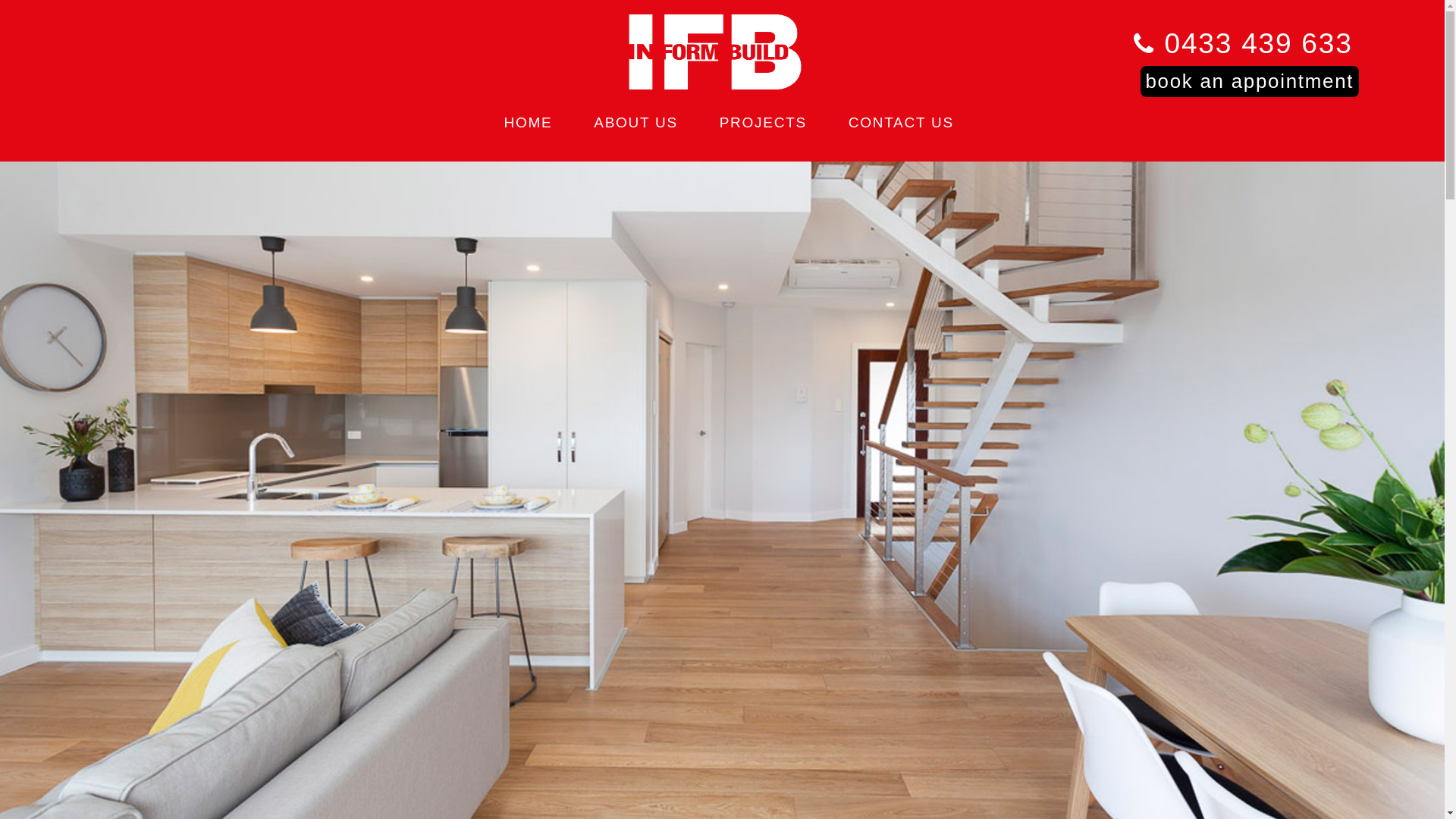  I want to click on '0433 439 633', so click(1133, 42).